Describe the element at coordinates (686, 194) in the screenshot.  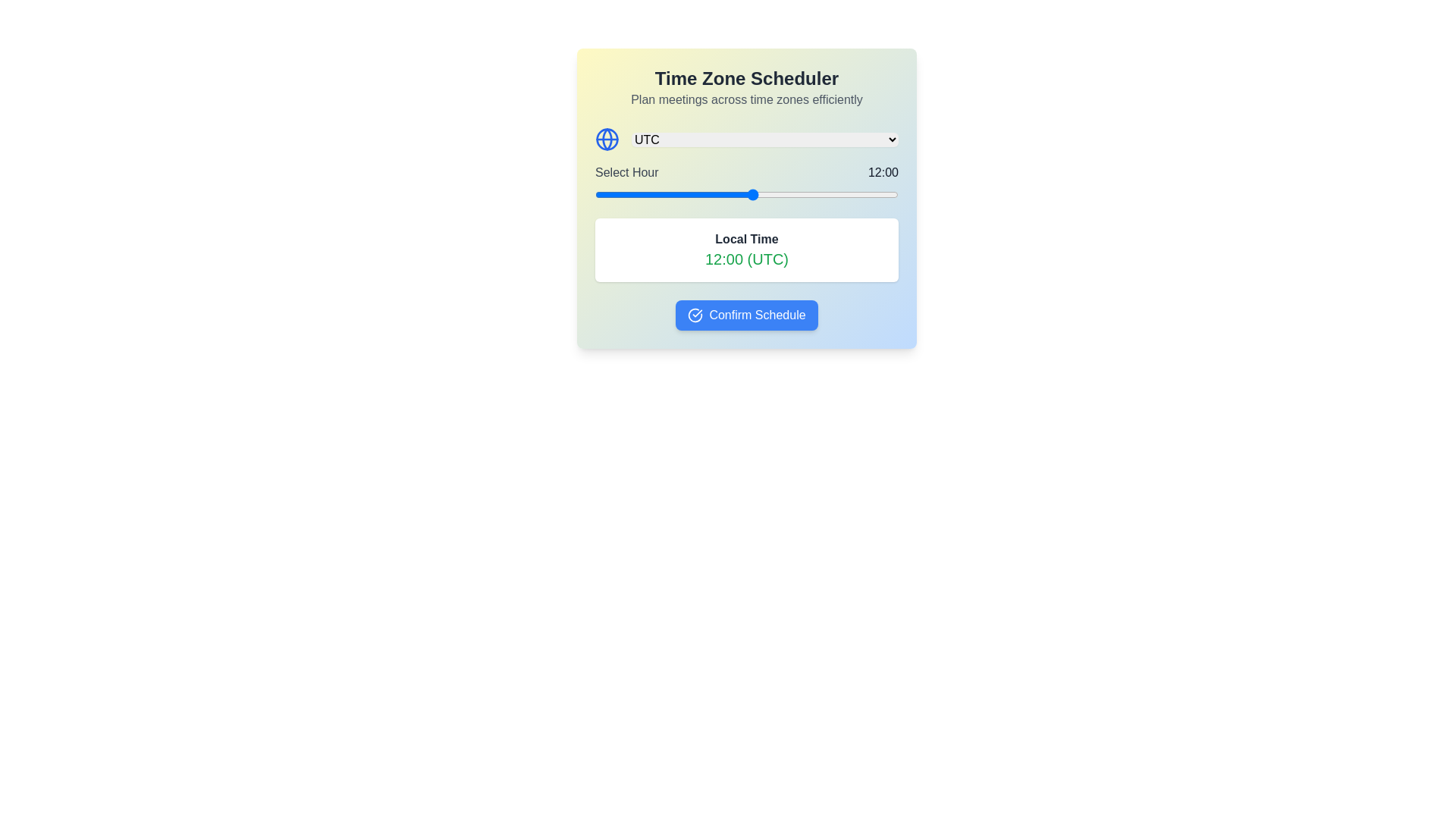
I see `the hour` at that location.